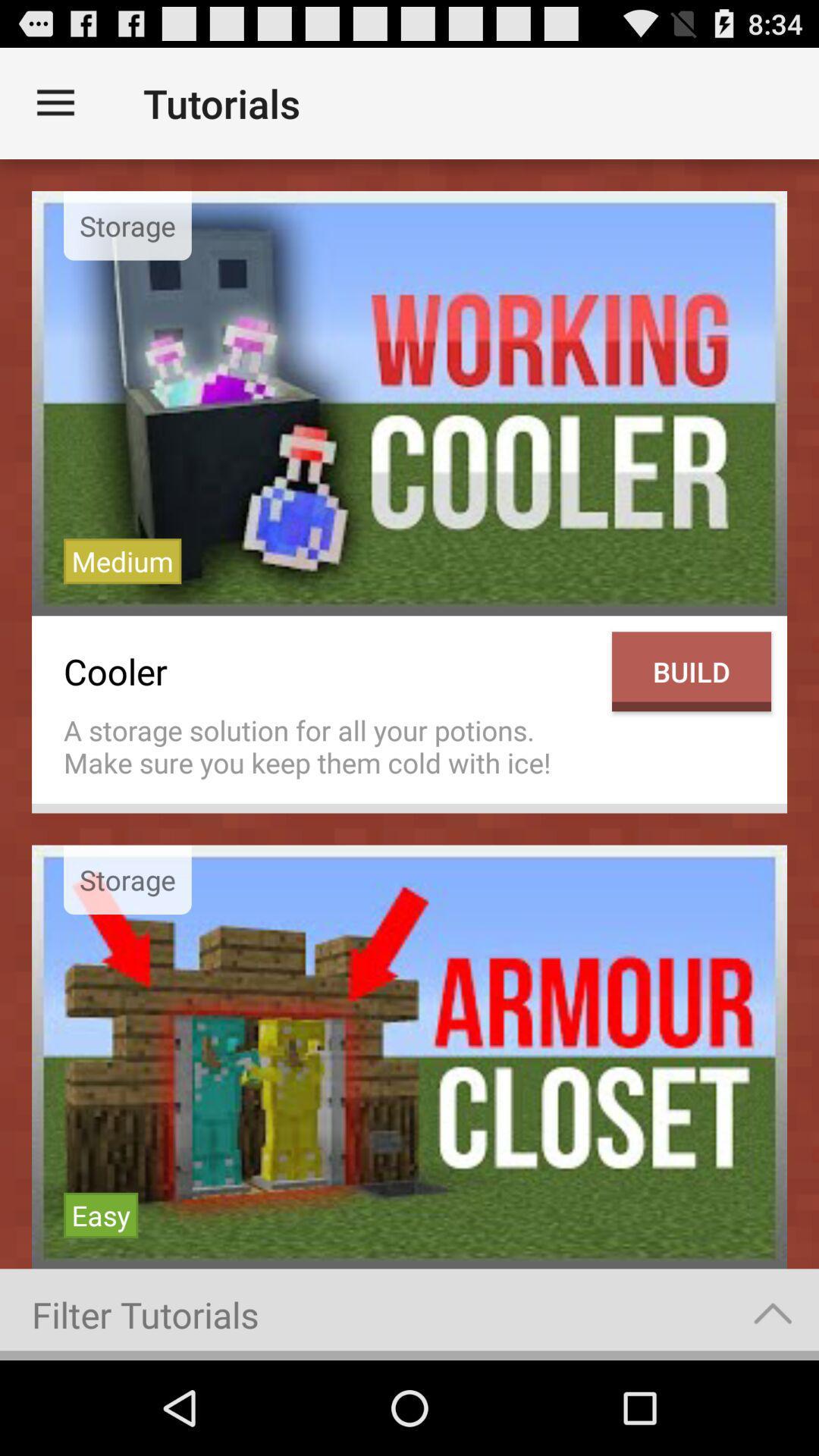  I want to click on the medium, so click(121, 560).